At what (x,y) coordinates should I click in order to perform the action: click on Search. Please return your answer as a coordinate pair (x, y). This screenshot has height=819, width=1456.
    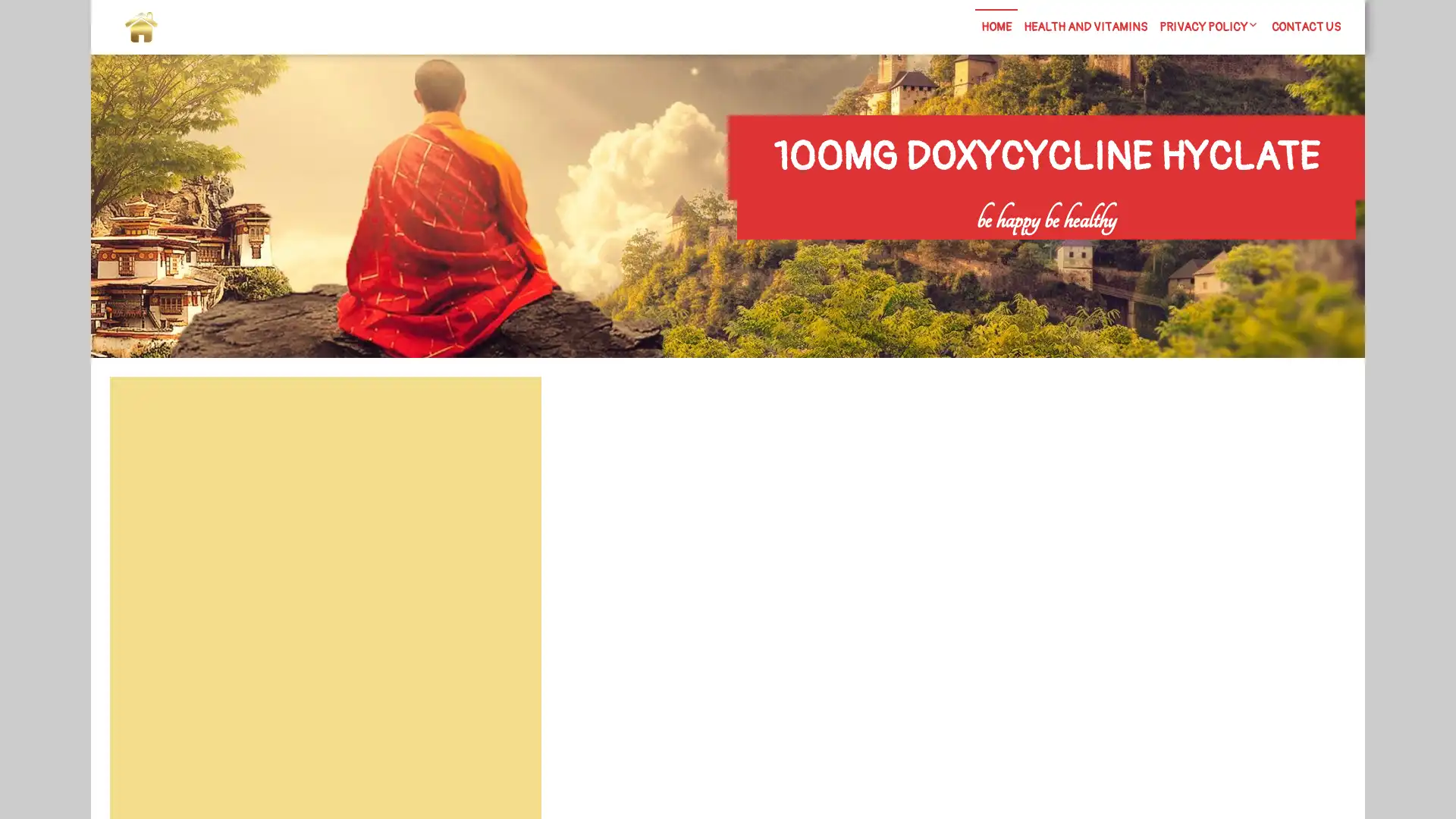
    Looking at the image, I should click on (1181, 248).